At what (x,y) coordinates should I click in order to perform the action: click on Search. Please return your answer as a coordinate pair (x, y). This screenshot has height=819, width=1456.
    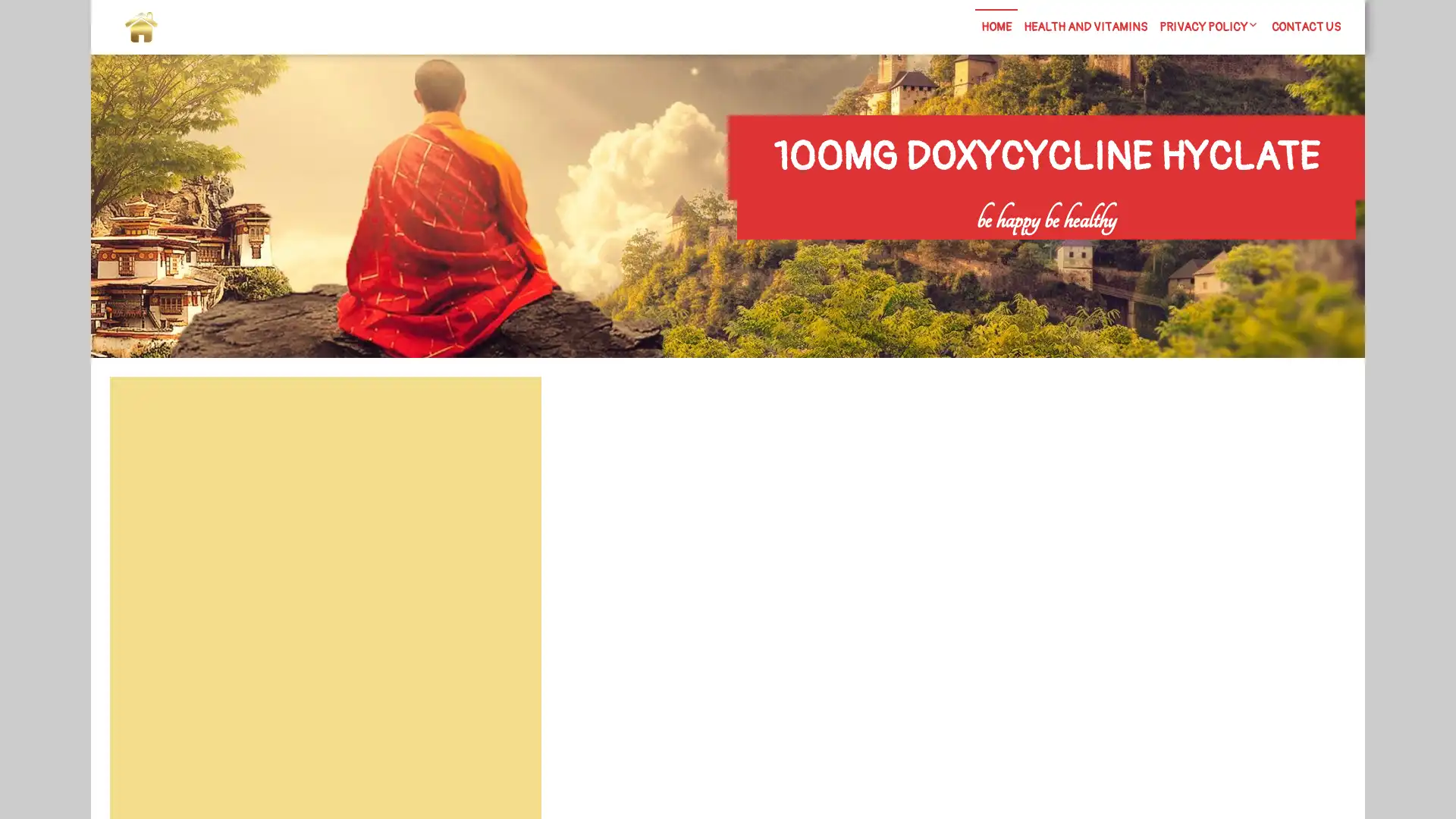
    Looking at the image, I should click on (1181, 248).